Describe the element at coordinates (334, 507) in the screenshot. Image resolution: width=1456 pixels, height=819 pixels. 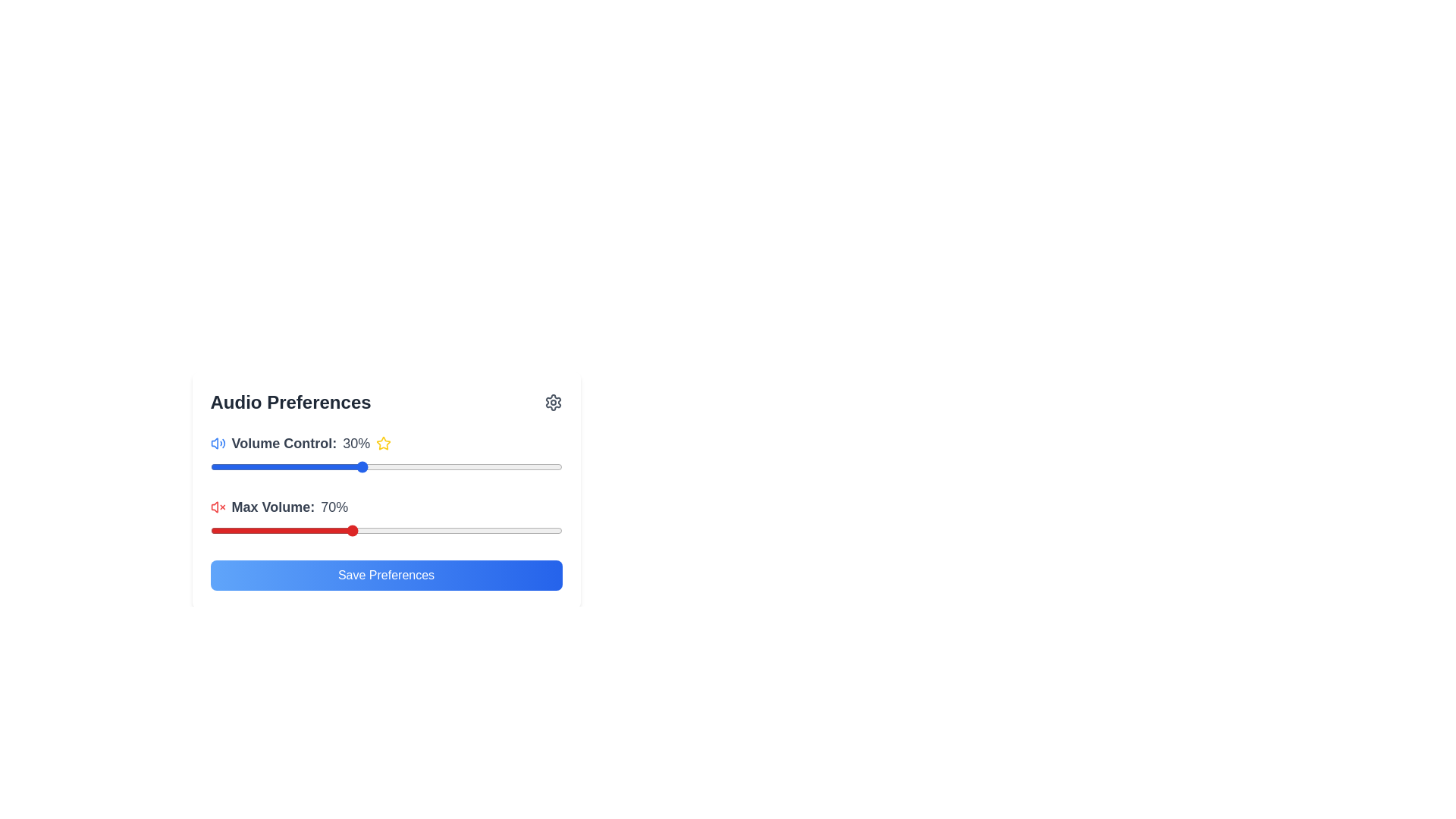
I see `the static text display showing the maximum volume setting, which indicates 70%, located to the right of the 'Max Volume' label and near the volume mute icon` at that location.